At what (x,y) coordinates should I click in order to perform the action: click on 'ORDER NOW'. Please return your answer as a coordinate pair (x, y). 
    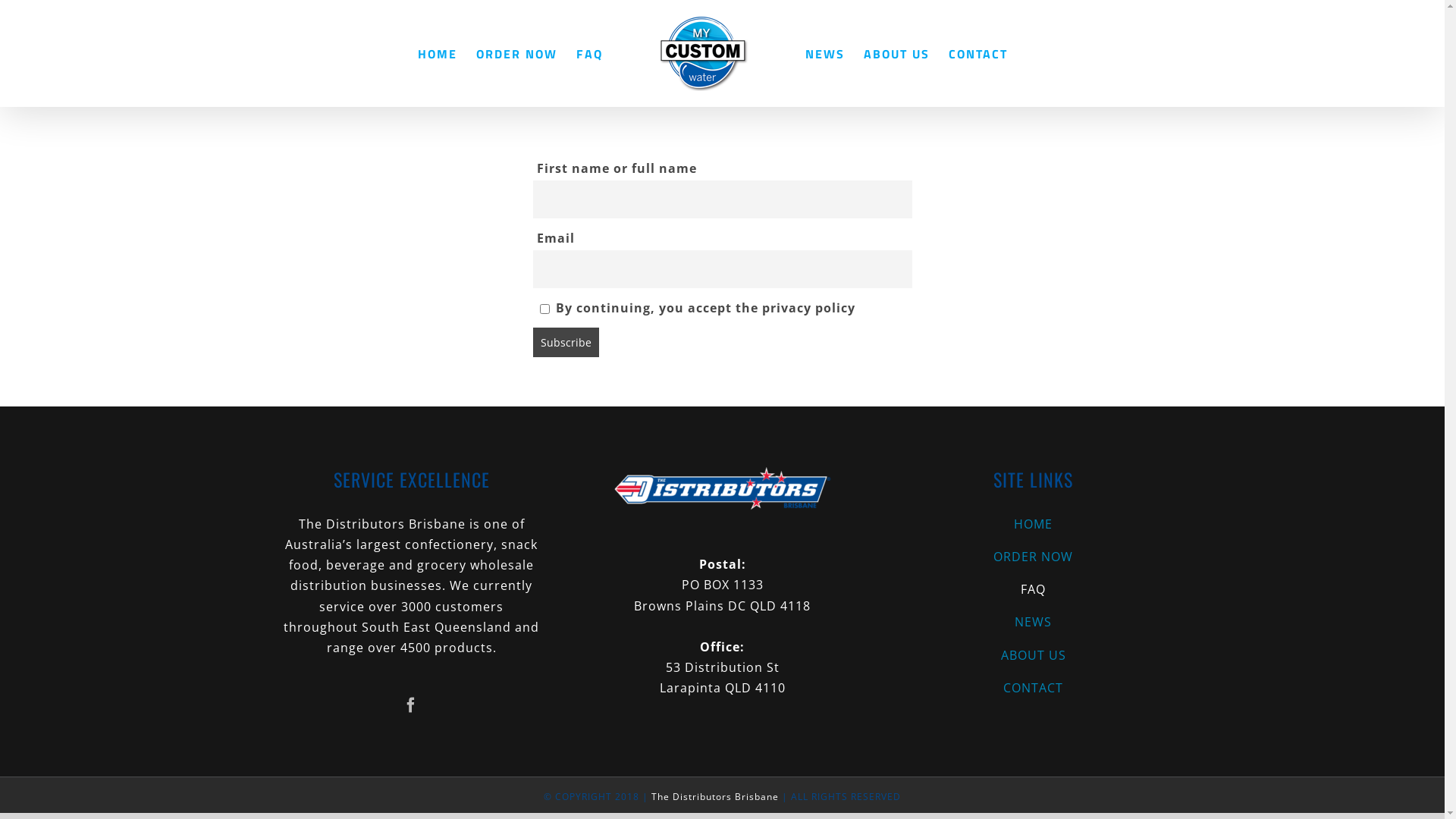
    Looking at the image, I should click on (516, 52).